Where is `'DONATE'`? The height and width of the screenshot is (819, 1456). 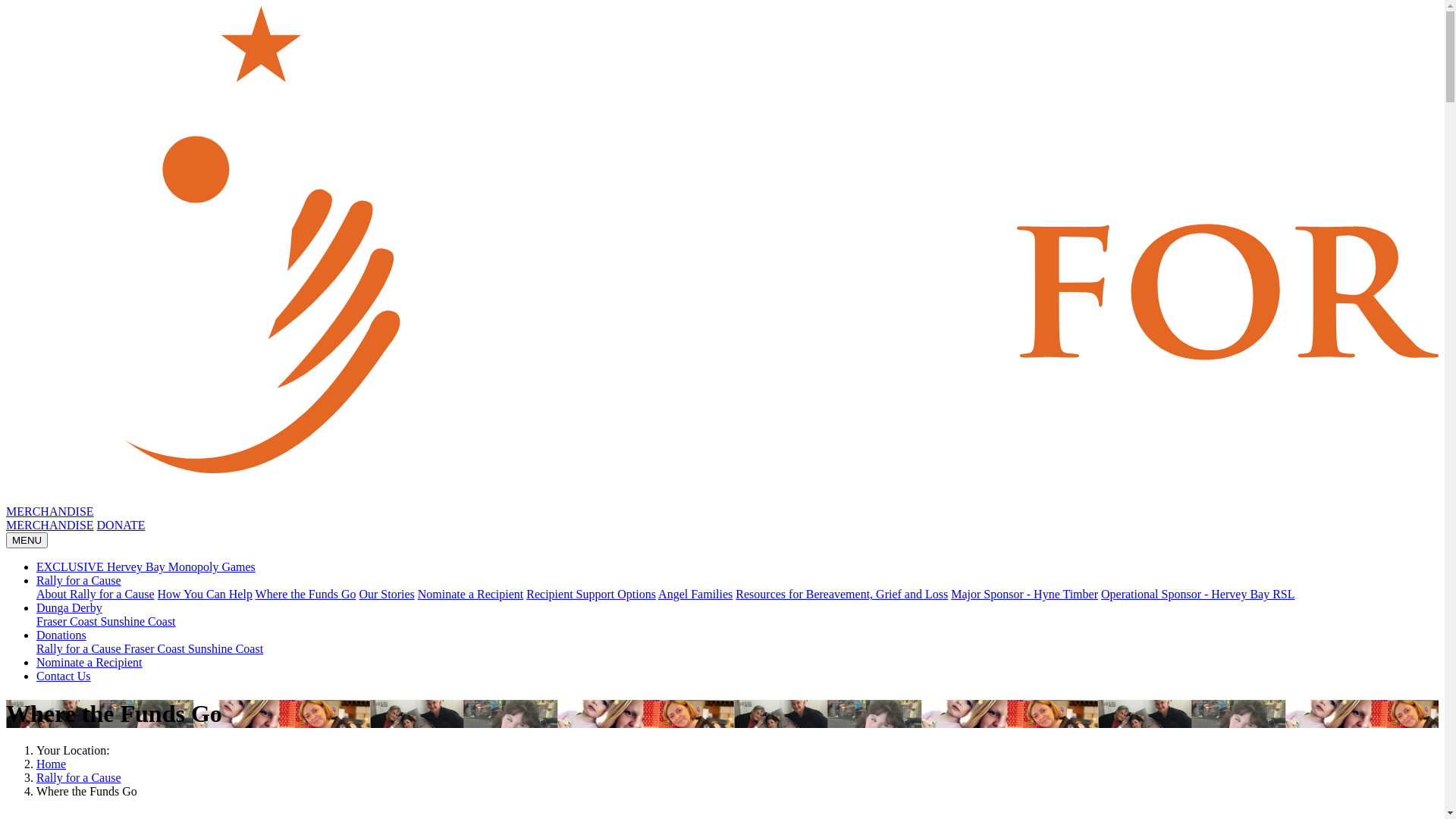
'DONATE' is located at coordinates (120, 524).